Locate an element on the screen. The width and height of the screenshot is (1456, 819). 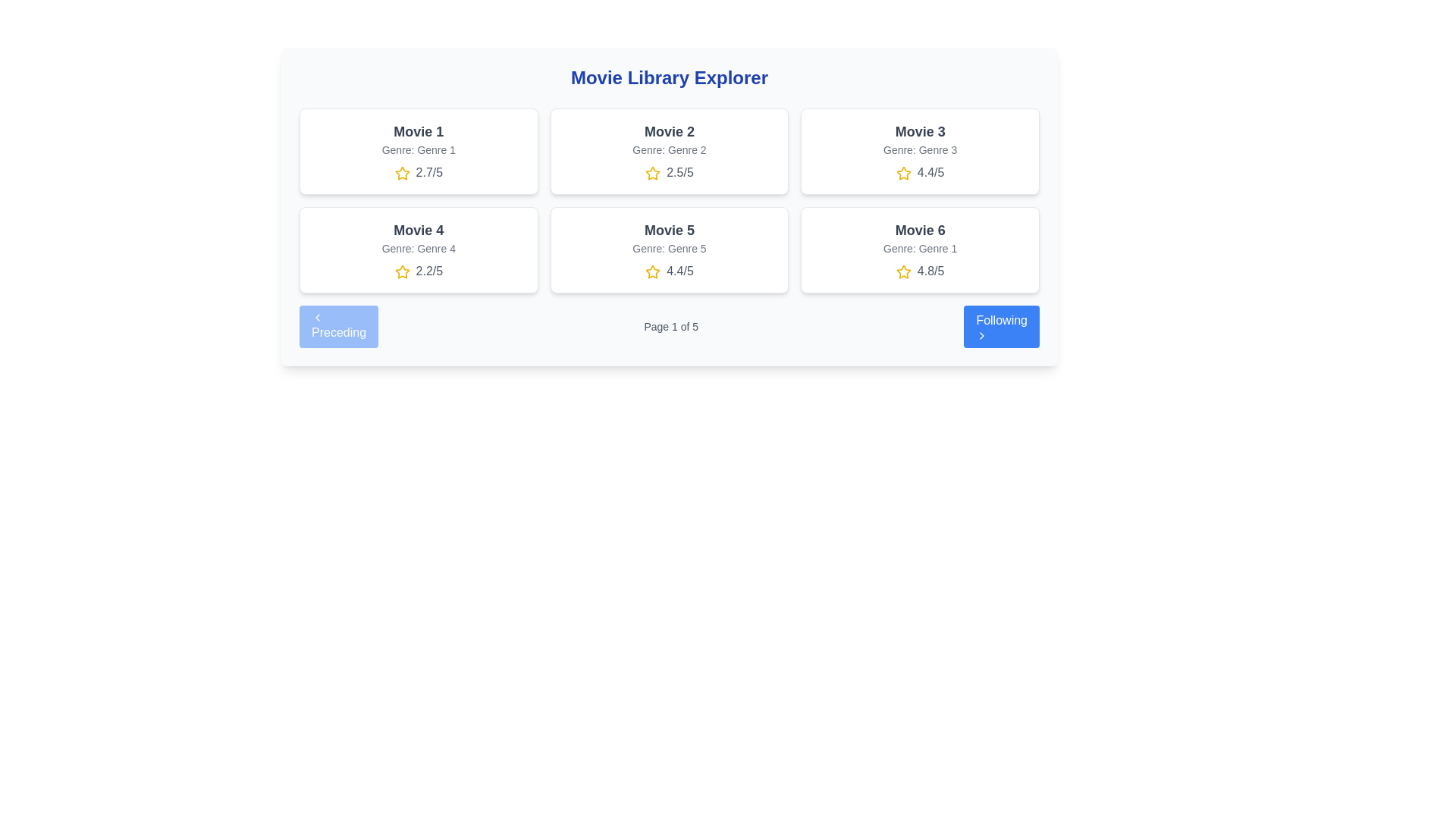
the rating text displaying '4.8/5' located within the bottom-right card labeled 'Movie 6', which is slightly right of center and accompanied by a yellow star icon is located at coordinates (919, 271).